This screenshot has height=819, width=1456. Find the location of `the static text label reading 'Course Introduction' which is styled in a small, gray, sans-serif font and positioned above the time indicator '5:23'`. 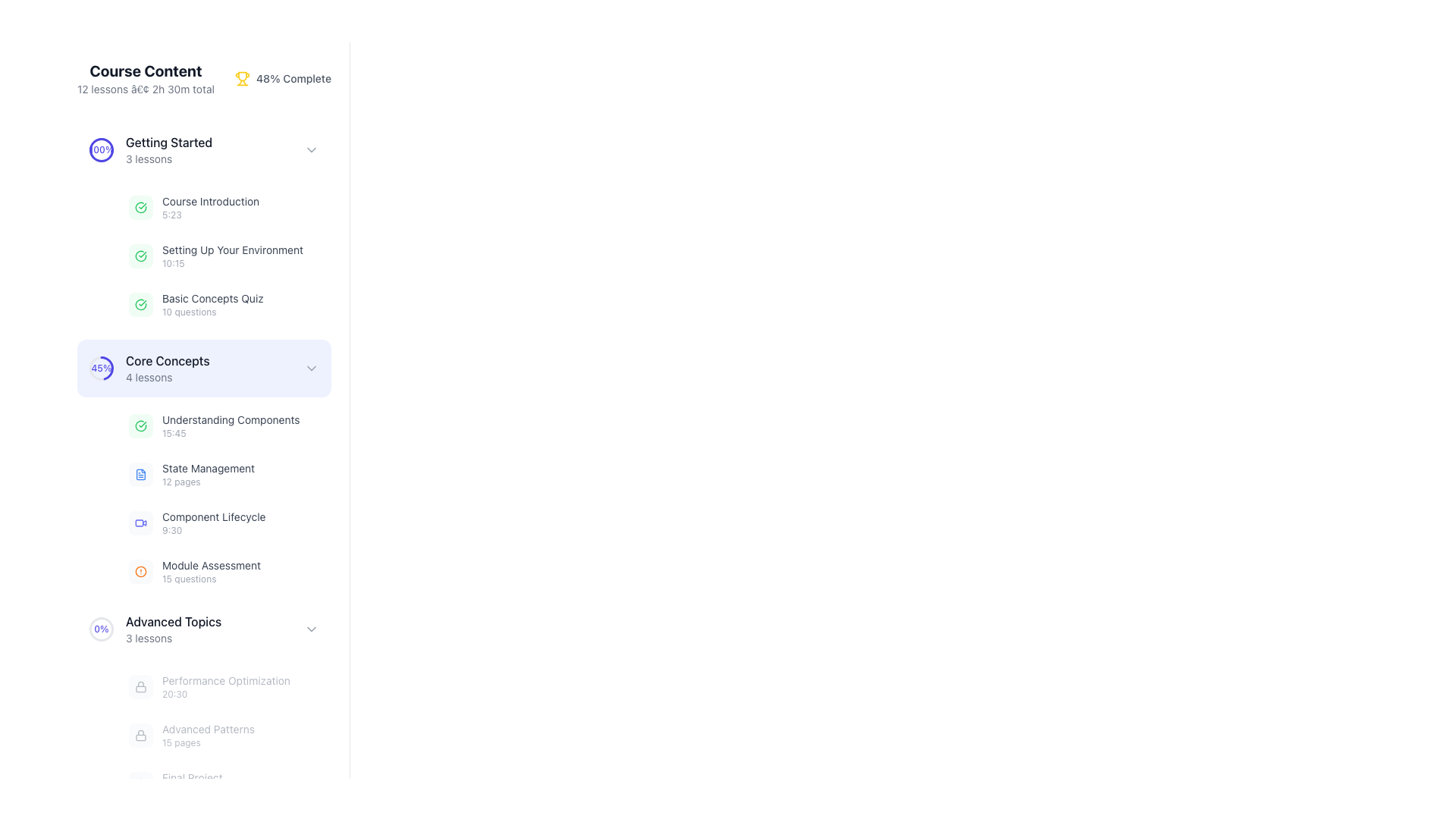

the static text label reading 'Course Introduction' which is styled in a small, gray, sans-serif font and positioned above the time indicator '5:23' is located at coordinates (210, 201).